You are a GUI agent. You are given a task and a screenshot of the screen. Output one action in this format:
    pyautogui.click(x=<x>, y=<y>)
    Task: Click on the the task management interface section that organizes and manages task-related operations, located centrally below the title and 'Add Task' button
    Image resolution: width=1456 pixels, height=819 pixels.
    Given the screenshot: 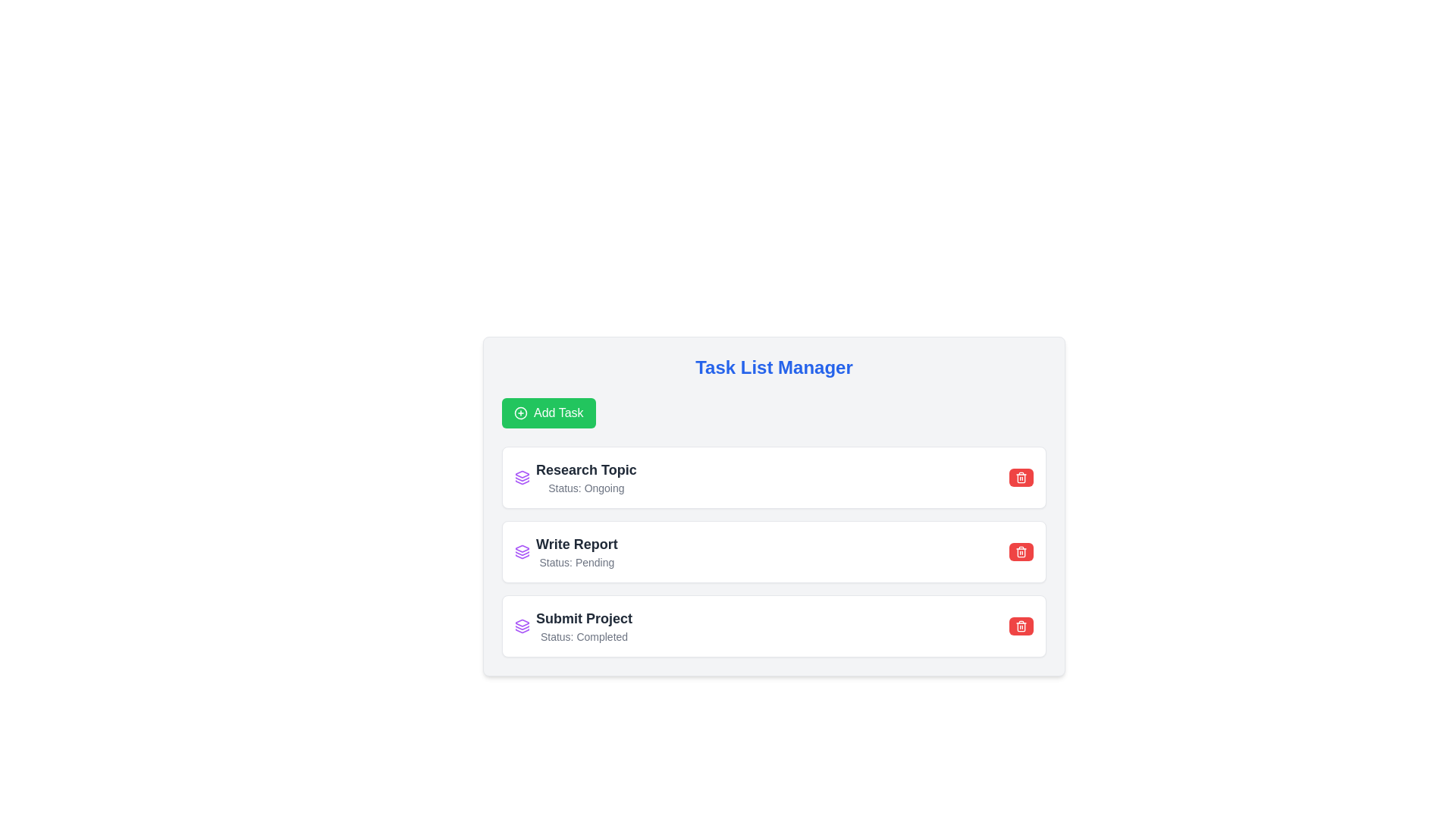 What is the action you would take?
    pyautogui.click(x=774, y=506)
    